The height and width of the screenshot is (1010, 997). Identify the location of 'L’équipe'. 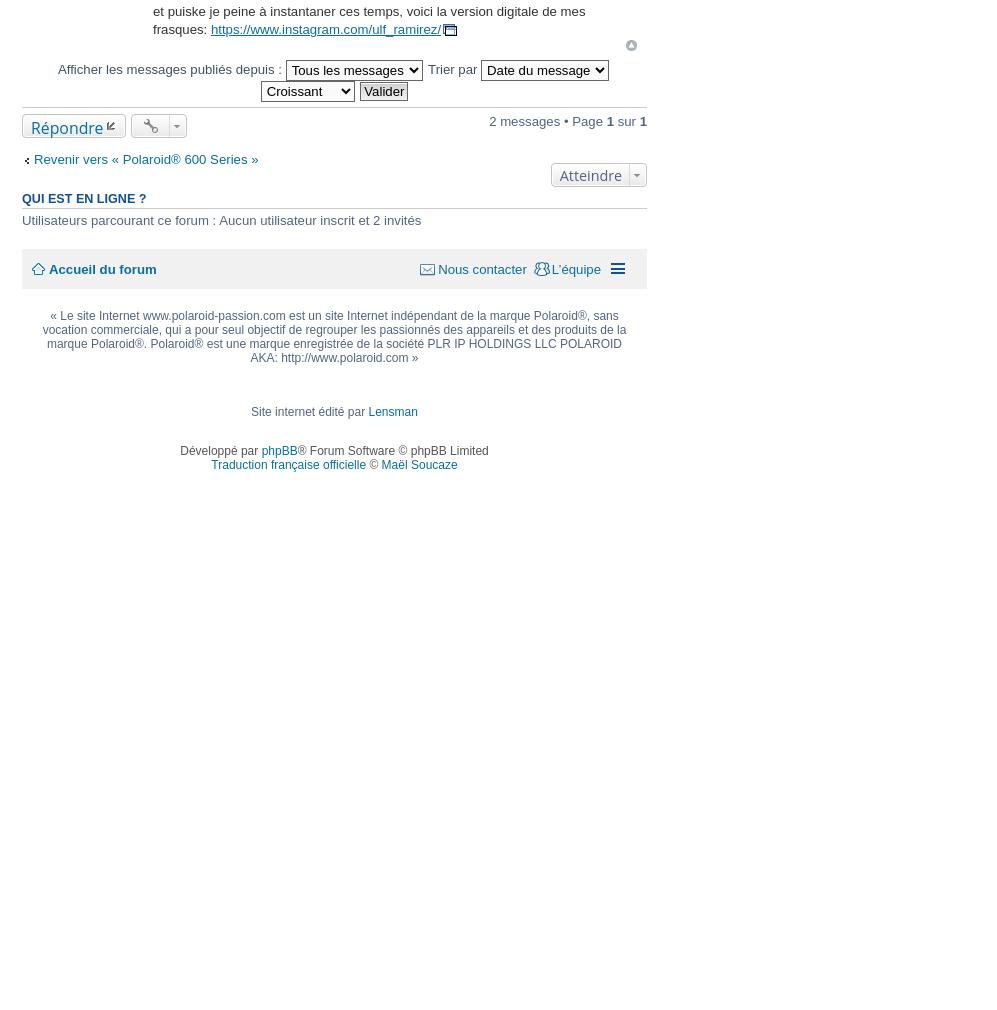
(575, 268).